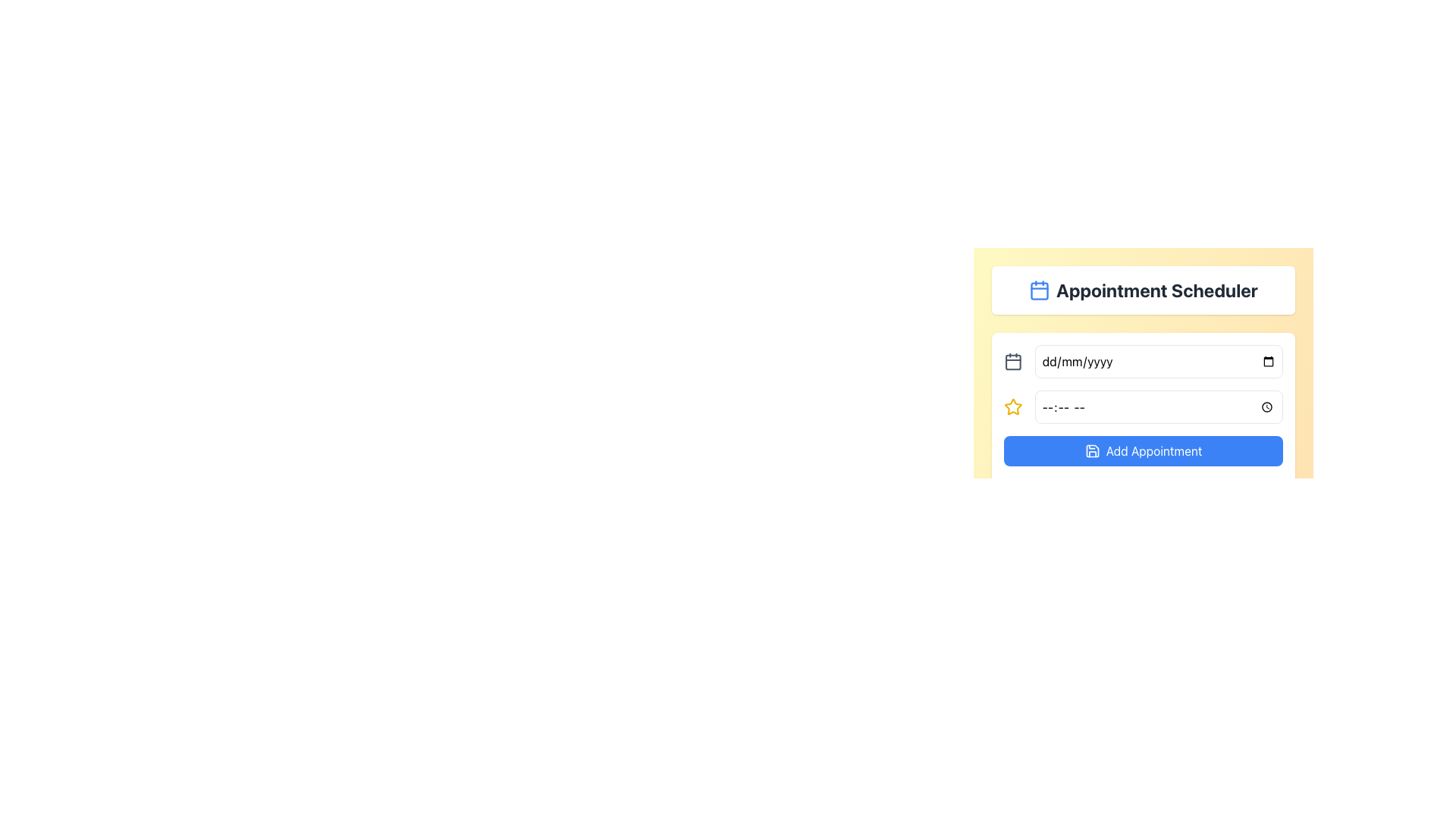 The image size is (1456, 819). I want to click on the calendar icon located at the leftmost part of the 'Appointment Scheduler' header, which is visually distinct as the only icon in that section, so click(1039, 290).